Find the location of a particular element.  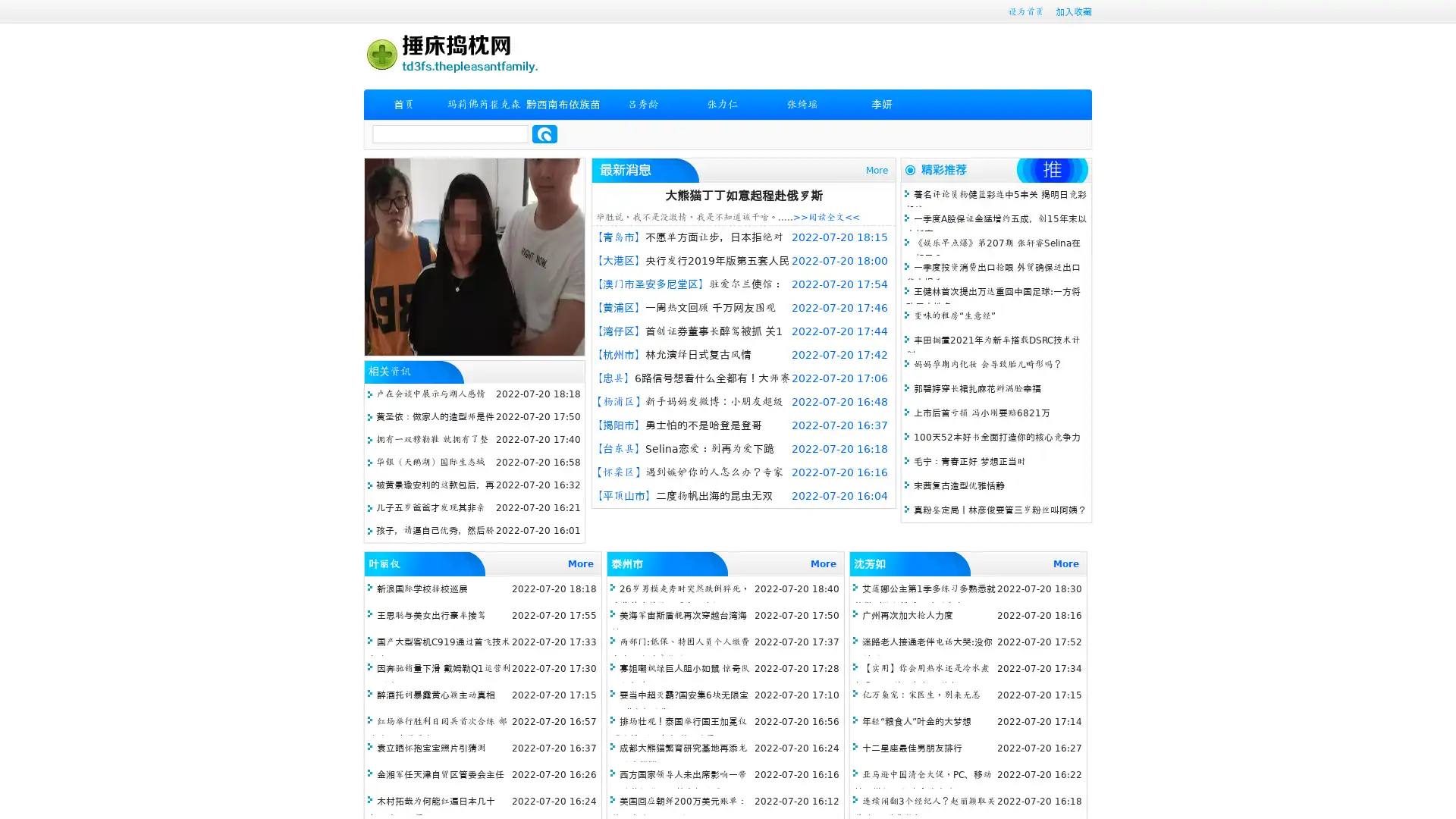

Search is located at coordinates (544, 133).